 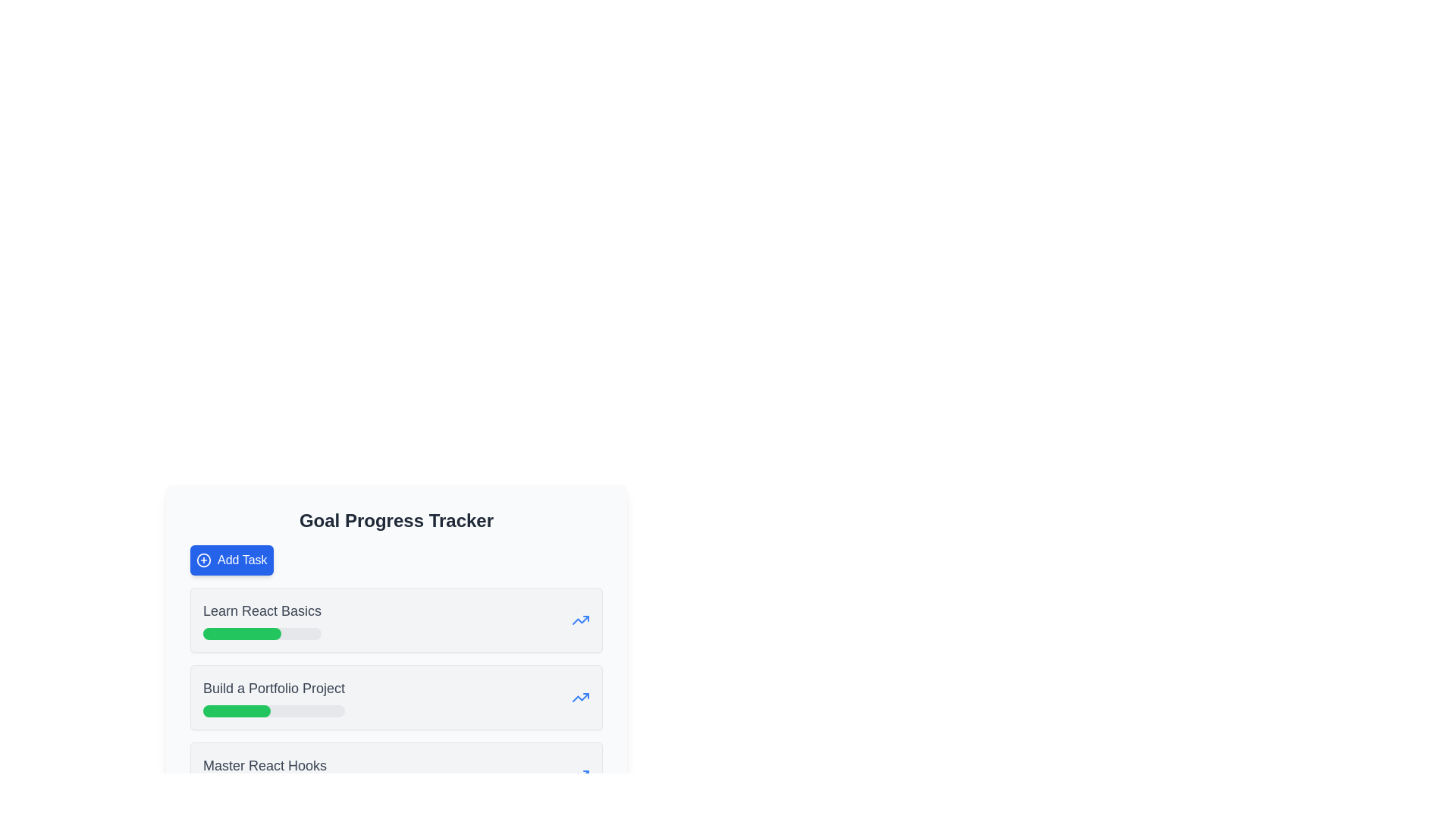 What do you see at coordinates (221, 788) in the screenshot?
I see `the progress bar indicating the completion of the 'Master React Hooks' task in the 'Goal Progress Tracker' section` at bounding box center [221, 788].